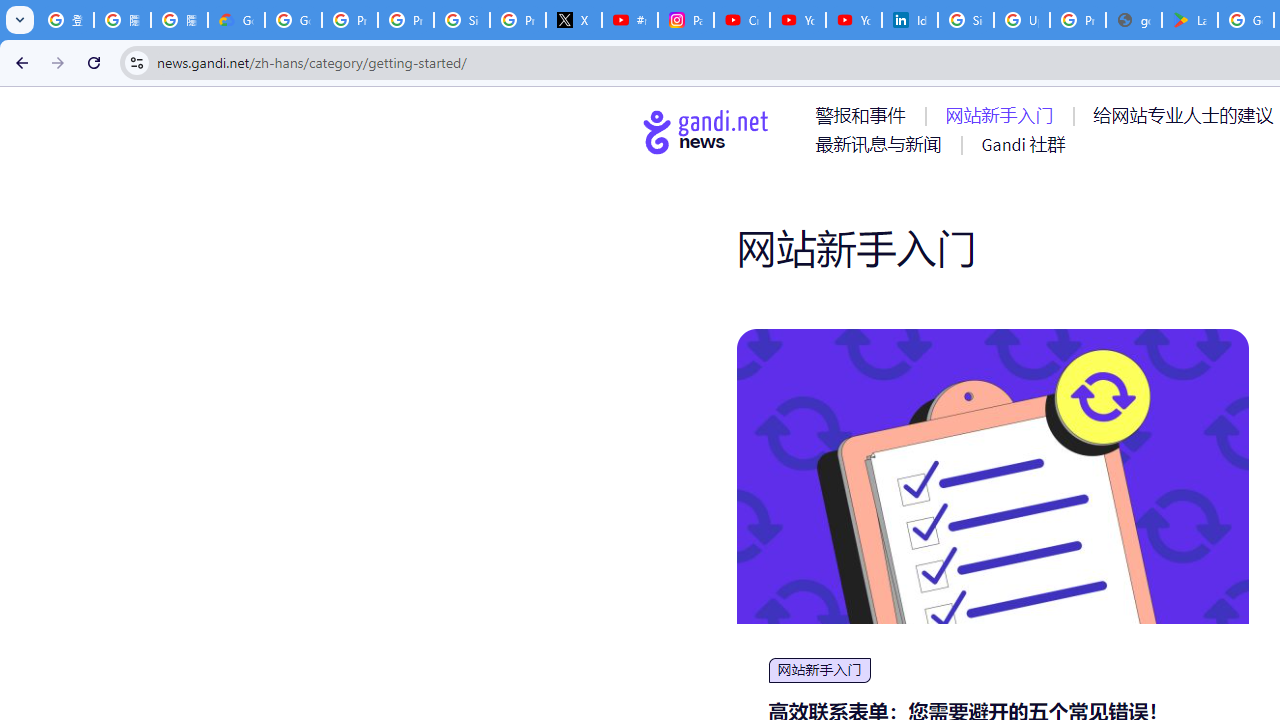 This screenshot has width=1280, height=720. I want to click on 'YouTube Culture & Trends - YouTube Top 10, 2021', so click(853, 20).